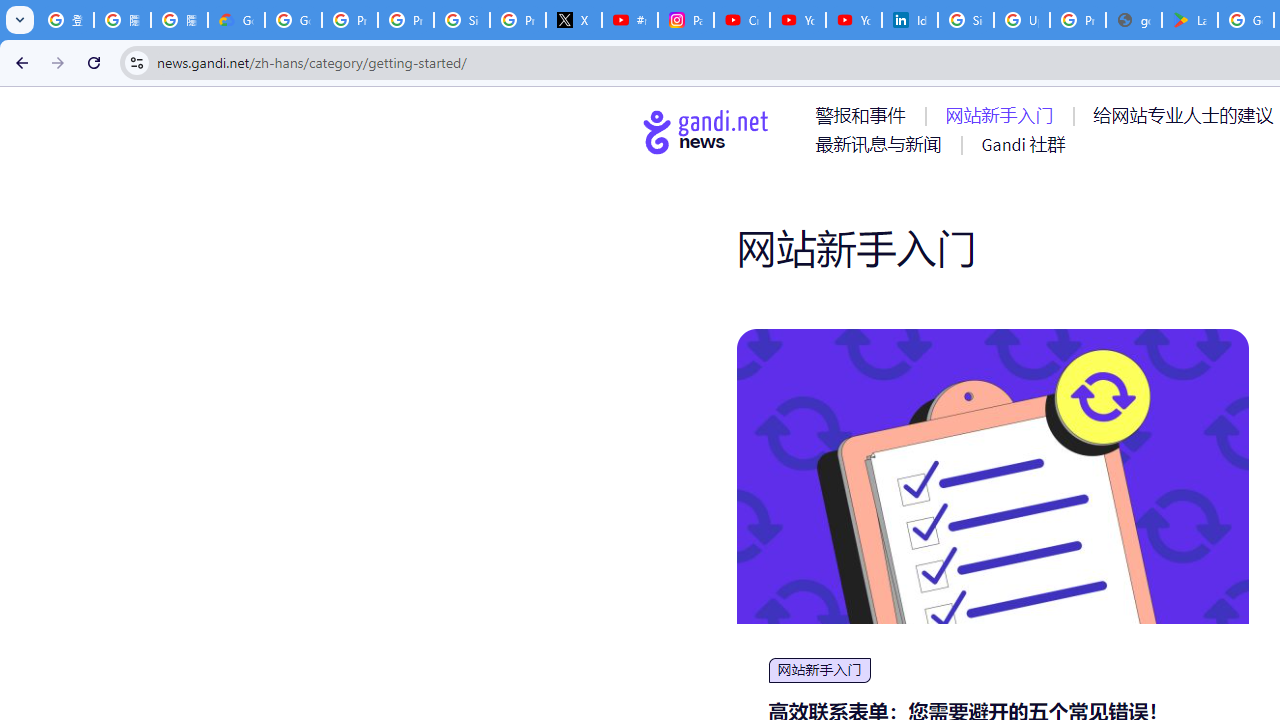 This screenshot has width=1280, height=720. I want to click on 'YouTube Culture & Trends - YouTube Top 10, 2021', so click(853, 20).